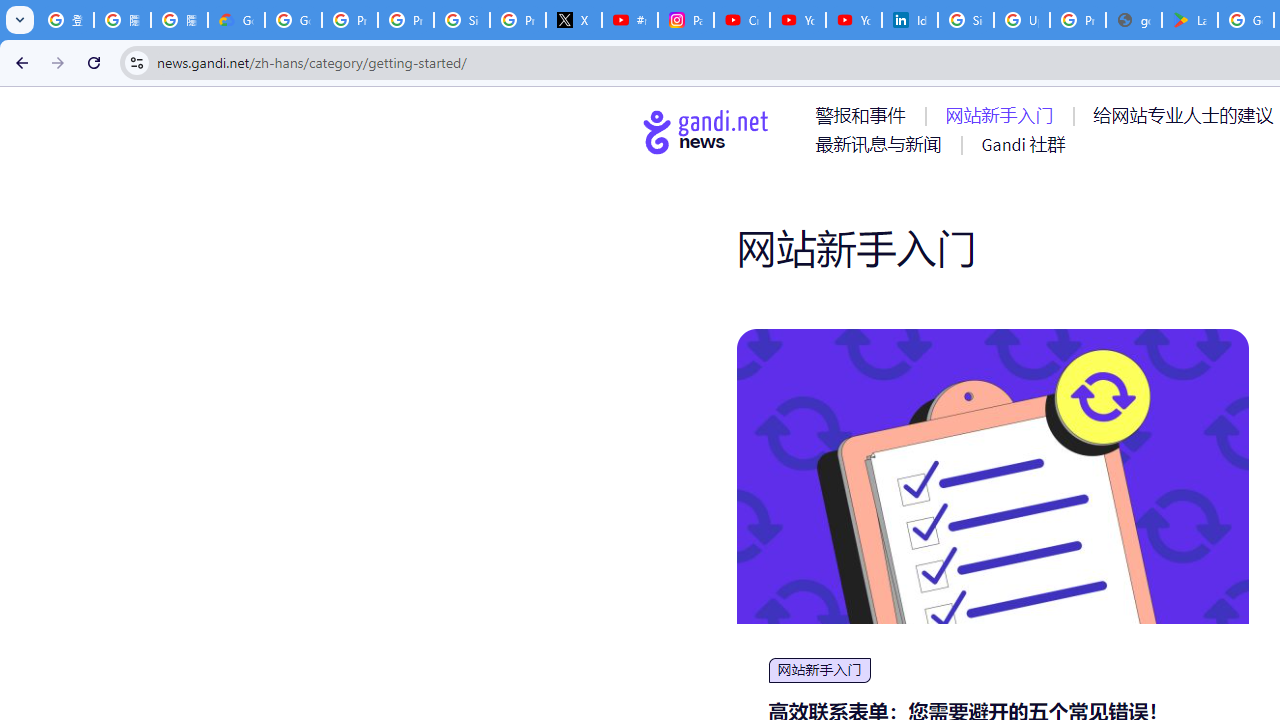 This screenshot has width=1280, height=720. I want to click on 'YouTube Culture & Trends - YouTube Top 10, 2021', so click(853, 20).